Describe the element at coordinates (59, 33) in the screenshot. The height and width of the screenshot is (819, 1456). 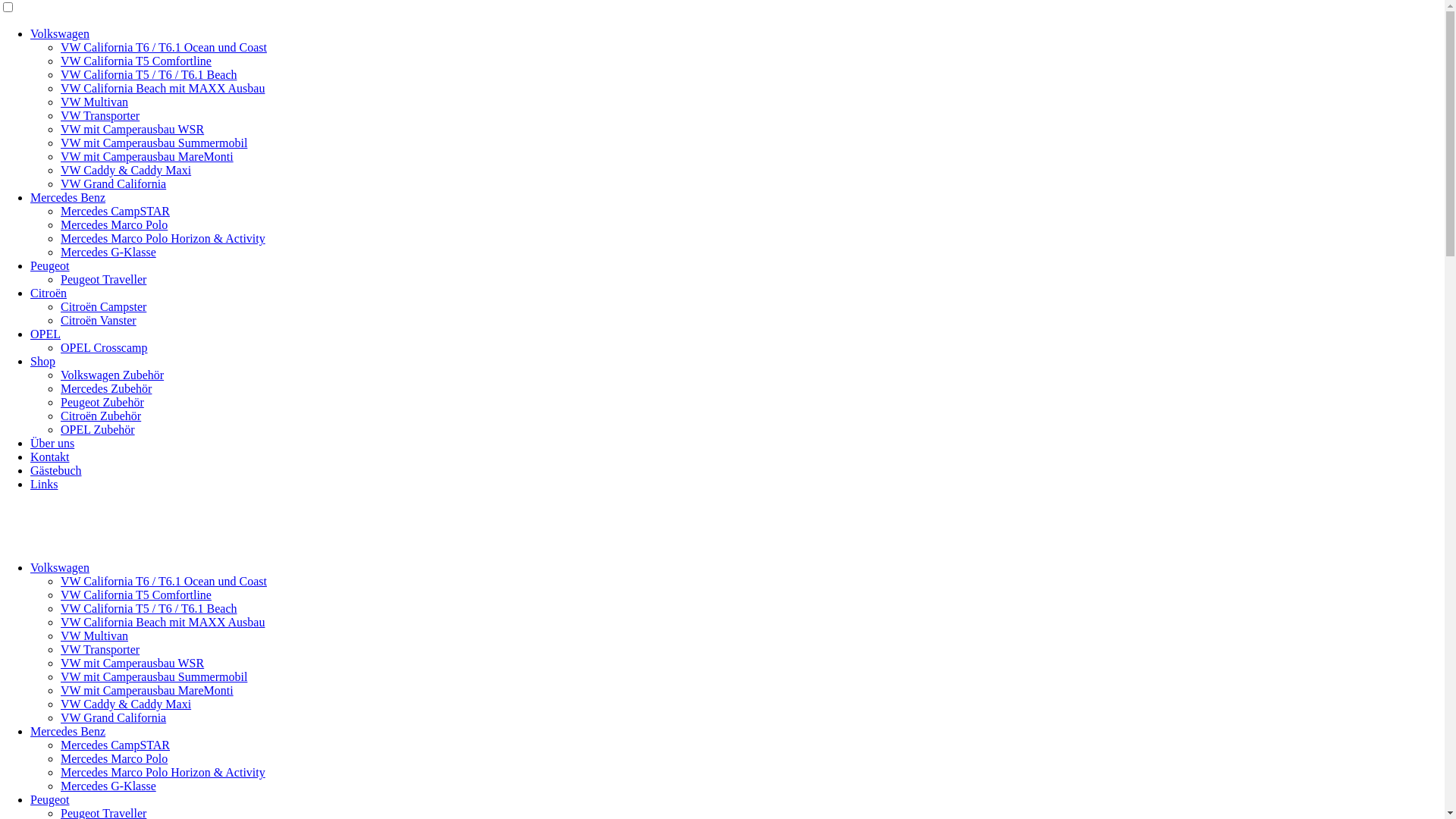
I see `'Volkswagen'` at that location.